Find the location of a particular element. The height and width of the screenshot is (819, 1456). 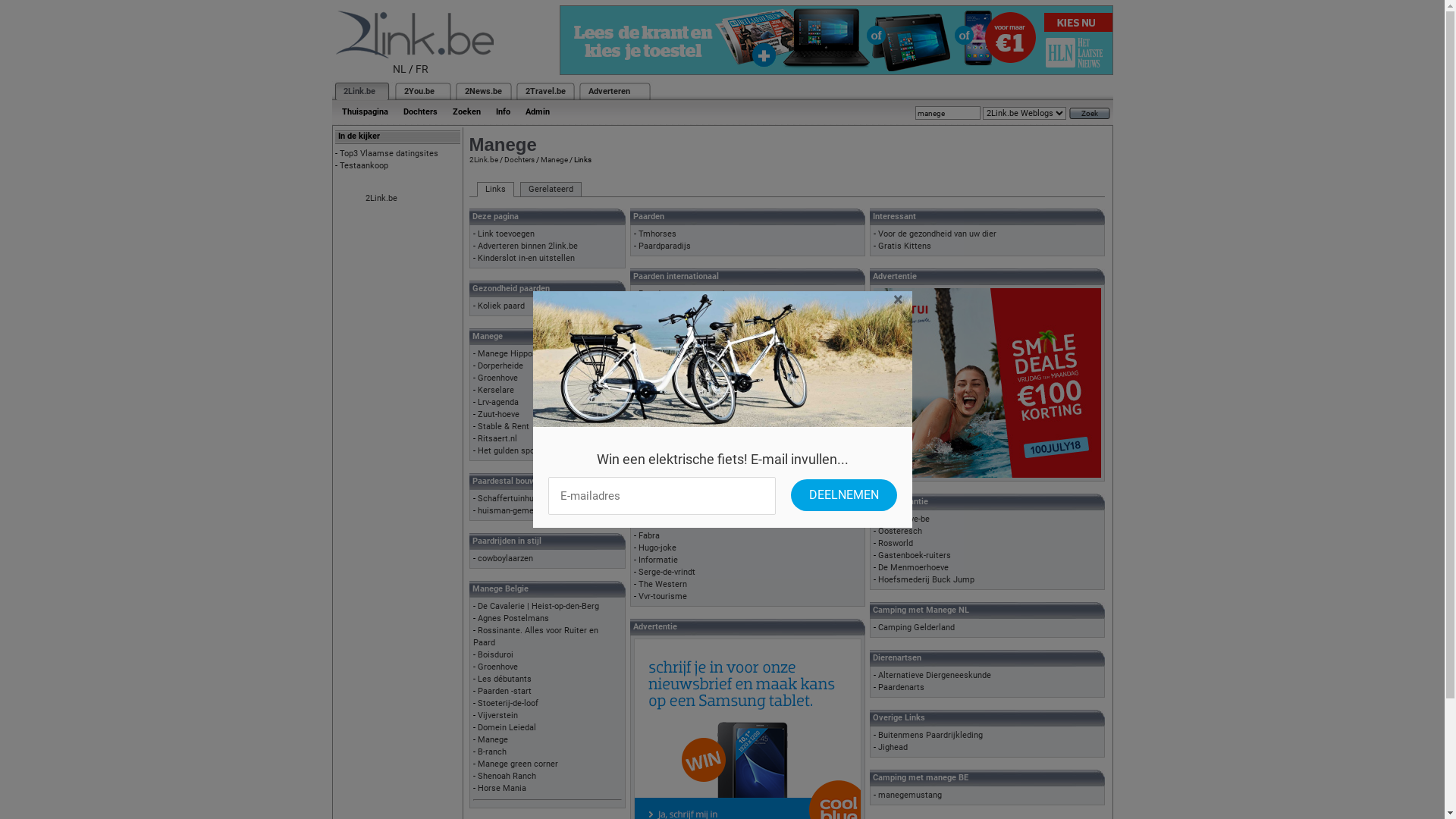

'2You.be' is located at coordinates (419, 91).